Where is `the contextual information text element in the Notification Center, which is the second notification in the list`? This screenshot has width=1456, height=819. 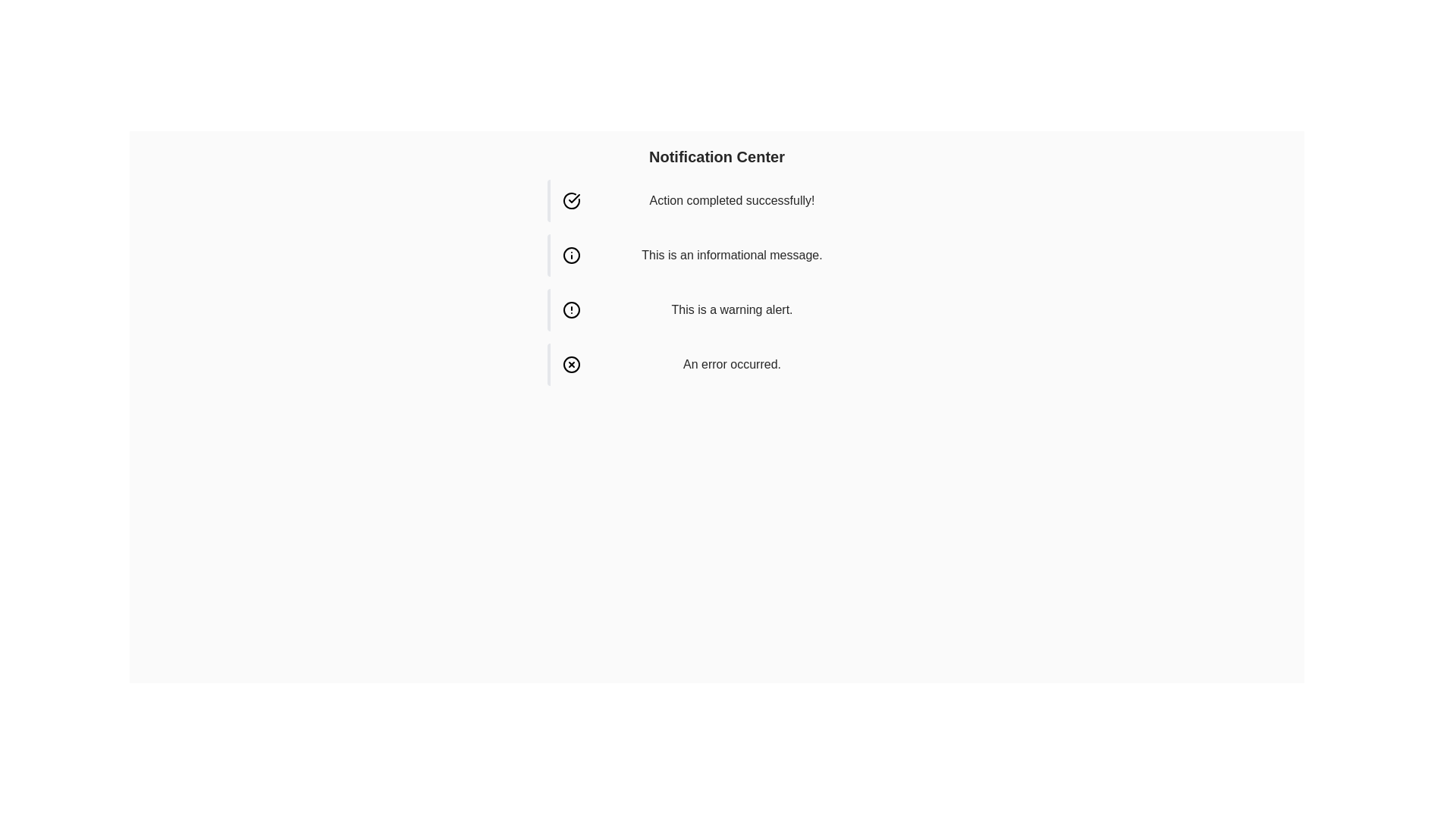
the contextual information text element in the Notification Center, which is the second notification in the list is located at coordinates (732, 254).